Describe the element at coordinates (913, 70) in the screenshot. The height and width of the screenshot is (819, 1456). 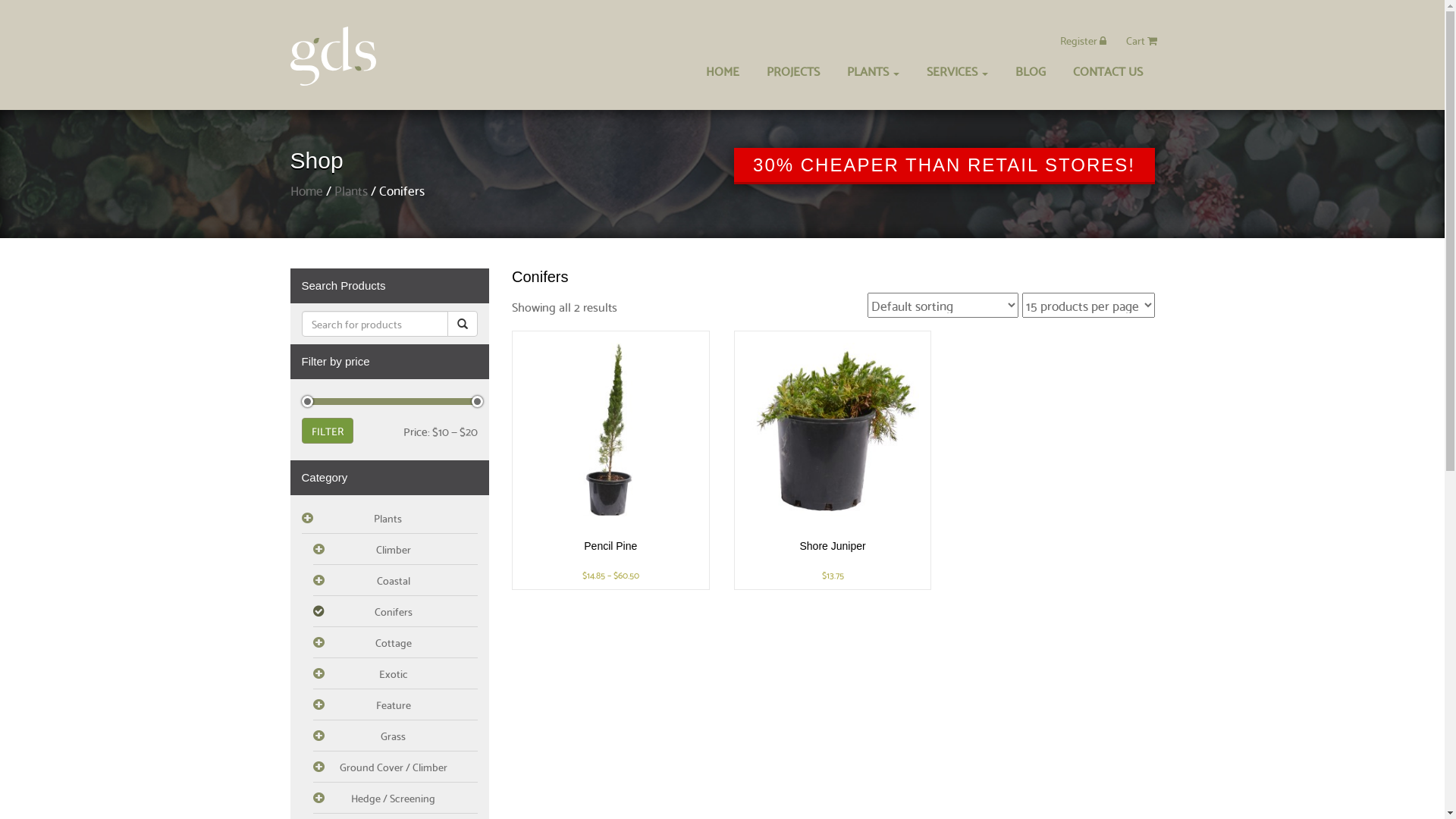
I see `'SERVICES'` at that location.